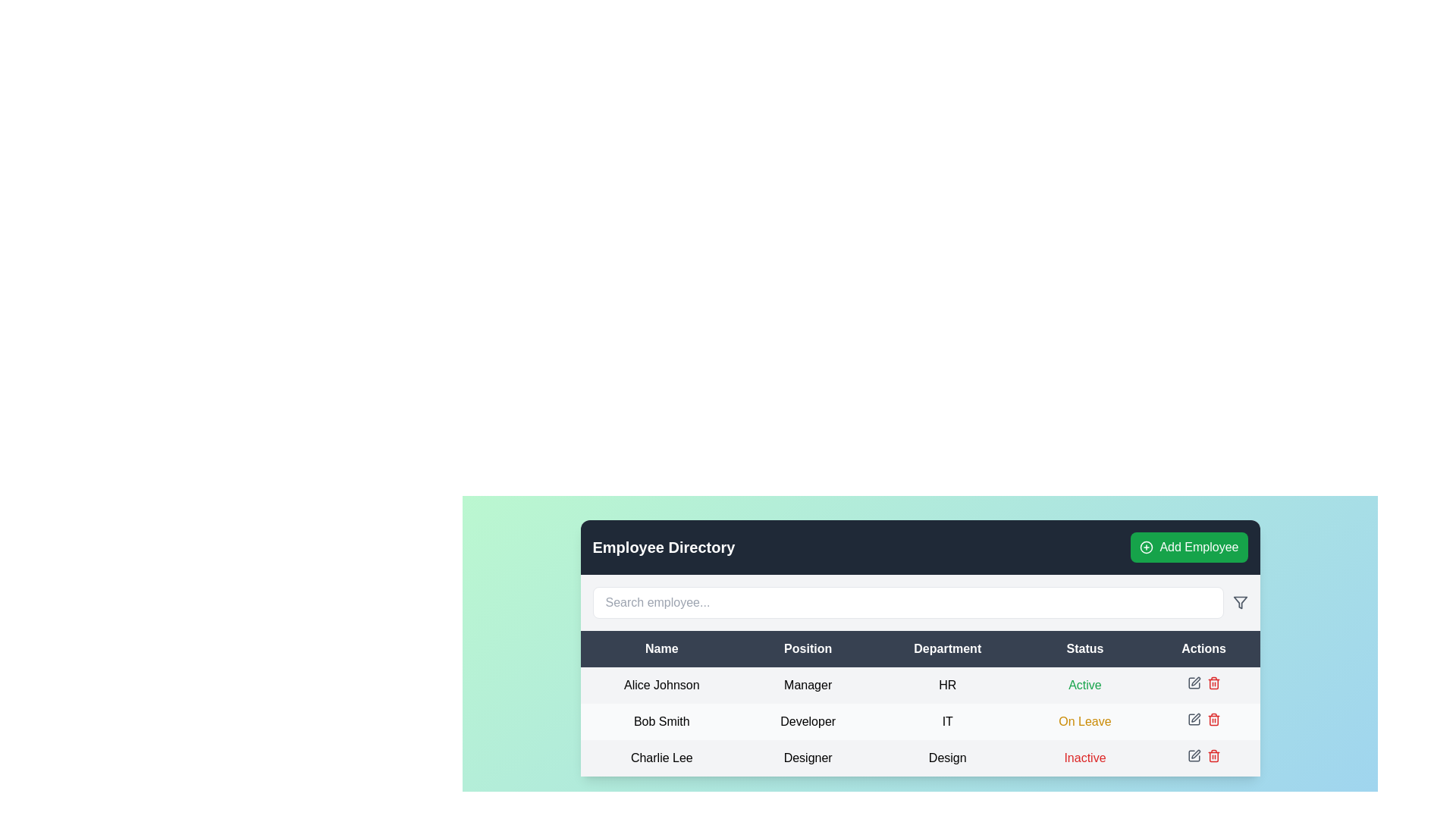  Describe the element at coordinates (1194, 680) in the screenshot. I see `the small pen-like icon in the 'Actions' column of the employee table for the 'HR' department with 'Active' status` at that location.